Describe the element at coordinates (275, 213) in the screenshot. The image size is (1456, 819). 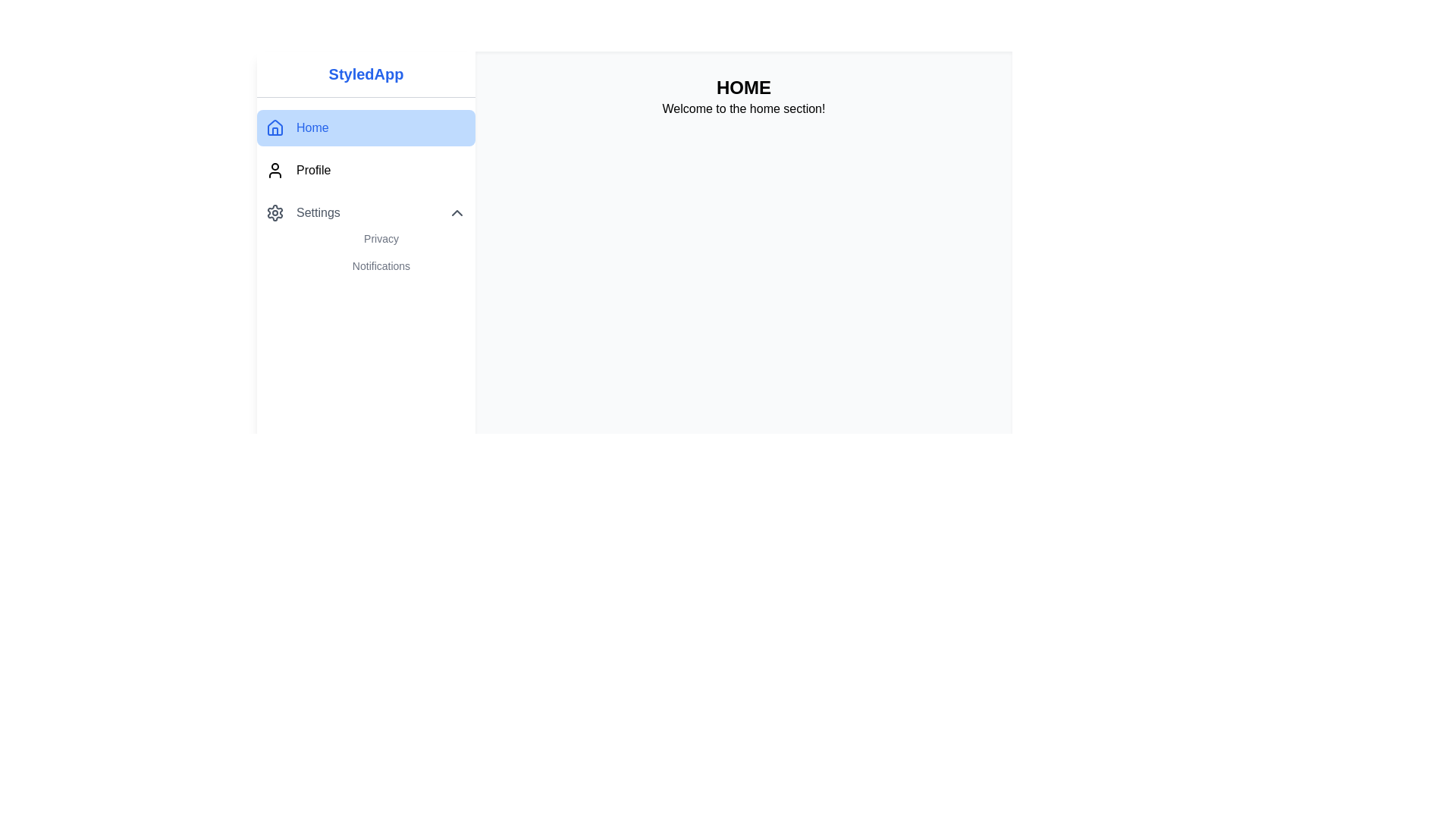
I see `the gear-shaped settings icon located on the vertical navigation sidebar next to the 'Settings' label` at that location.